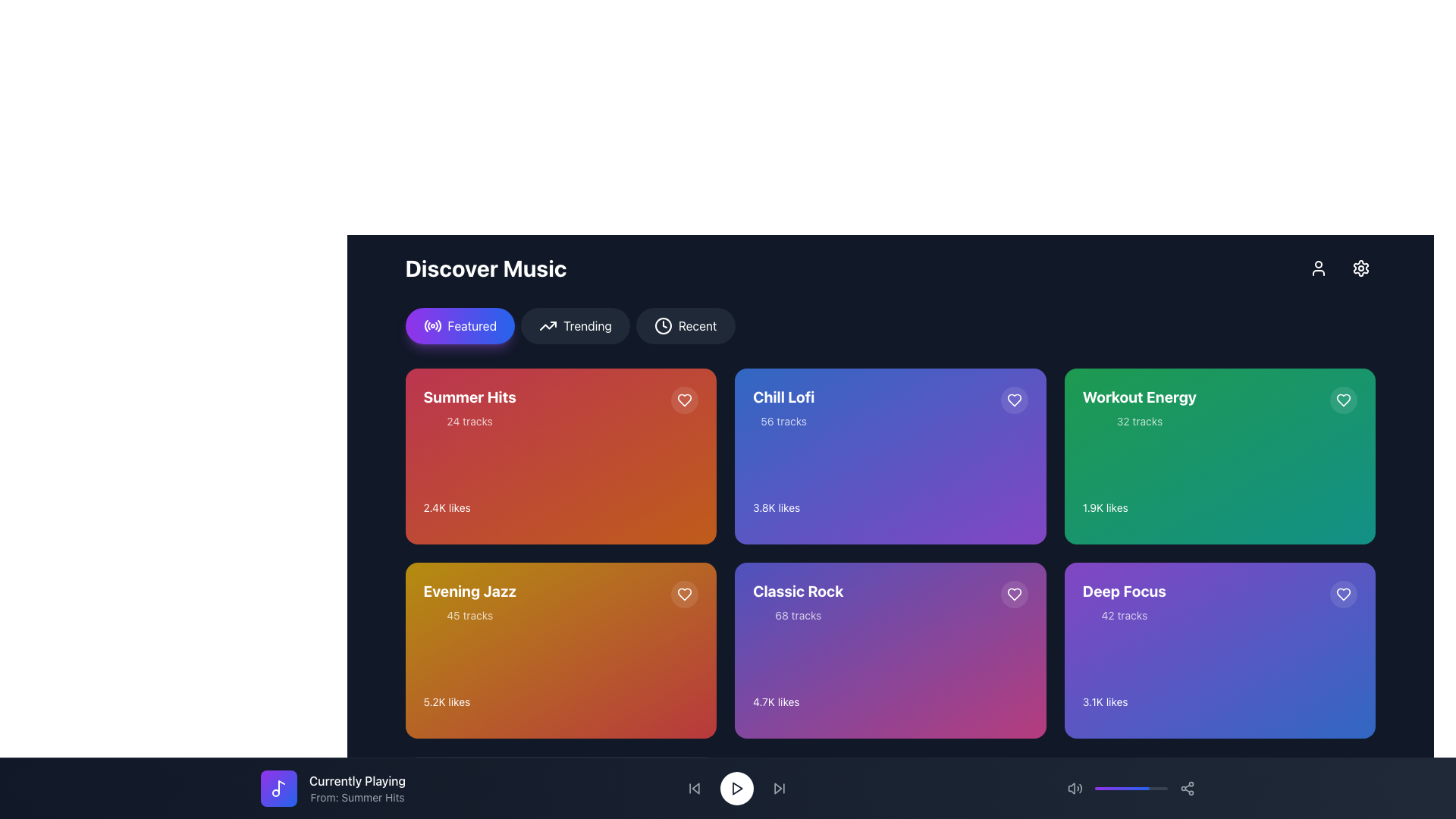 This screenshot has width=1456, height=819. Describe the element at coordinates (548, 325) in the screenshot. I see `the leftmost component of the 'Trending' SVG icon in the top bar to trigger a tooltip or highlight` at that location.